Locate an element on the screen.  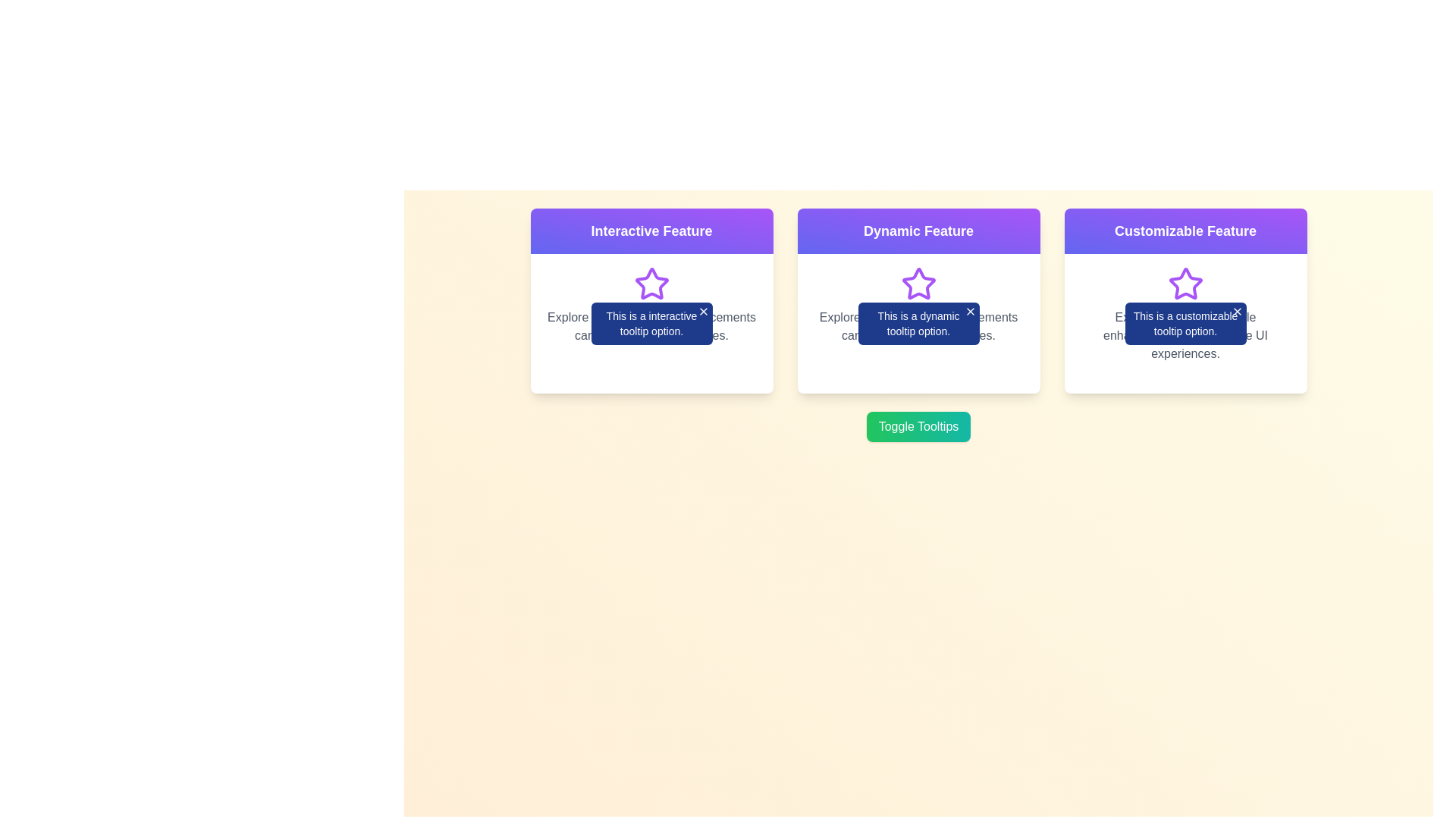
the close button located in the tooltip box at the top-right corner, which is used to dismiss the tooltip related to the 'Dynamic Feature' card is located at coordinates (969, 311).